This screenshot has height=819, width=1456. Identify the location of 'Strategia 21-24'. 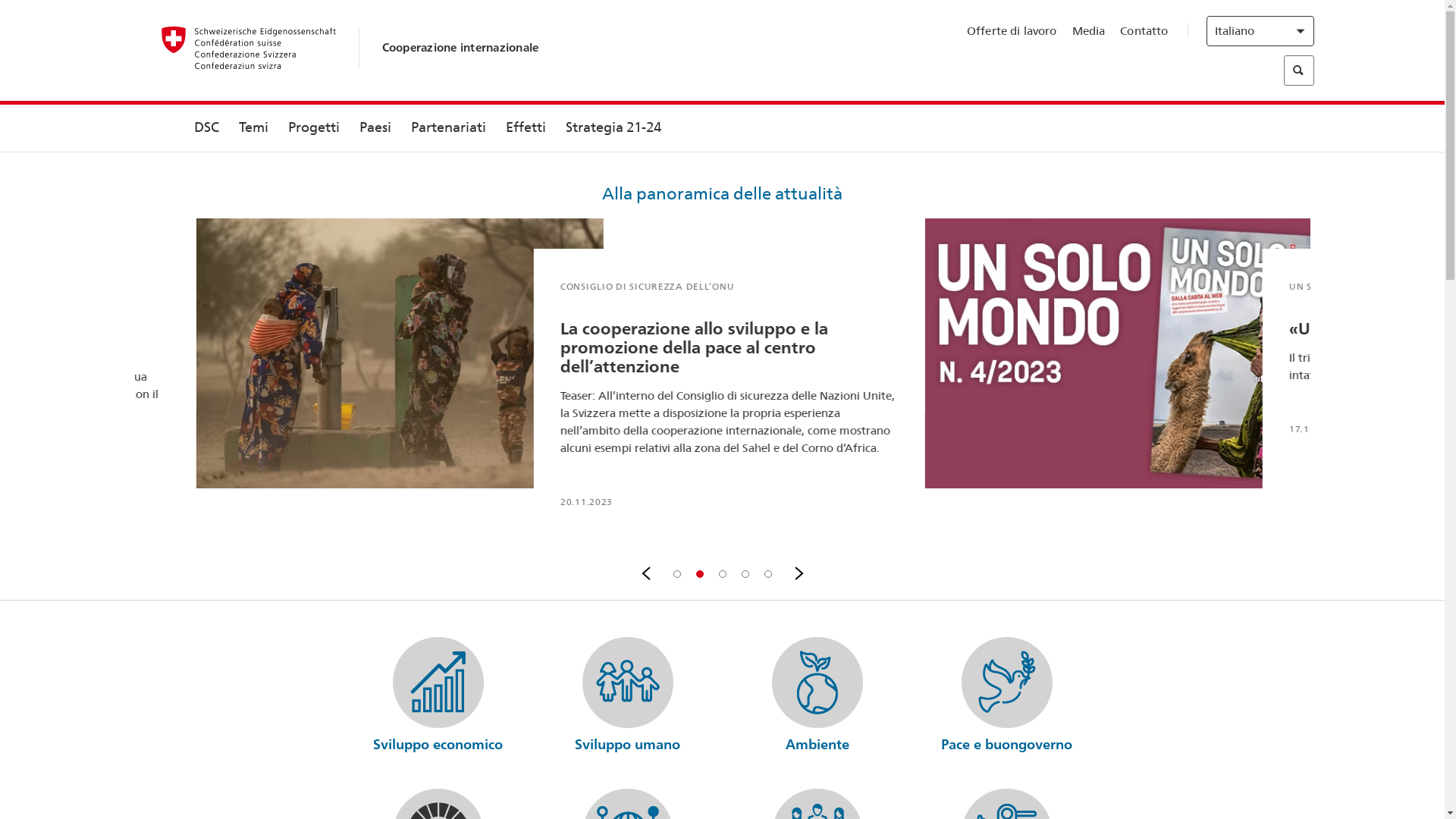
(612, 127).